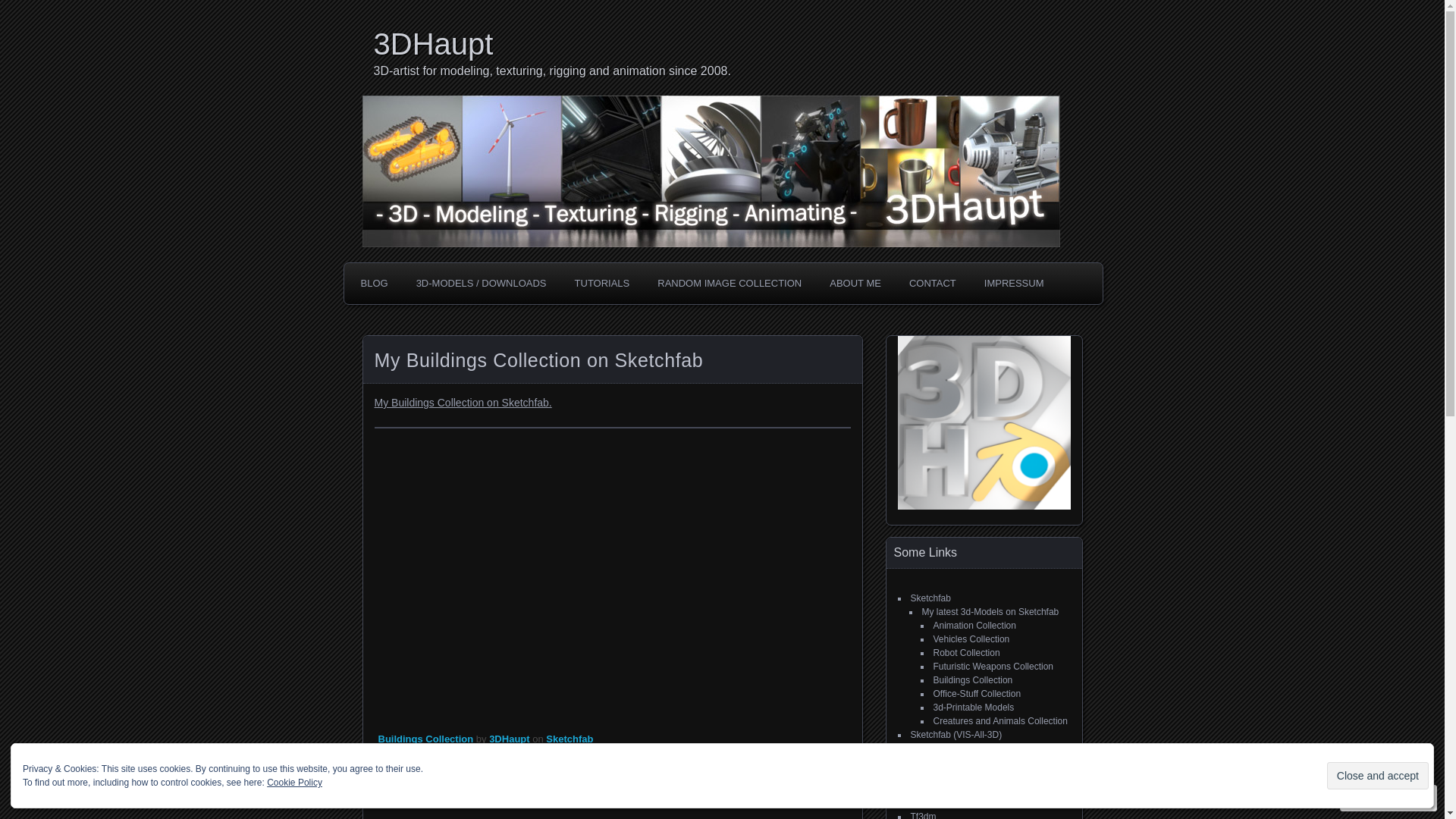 The width and height of the screenshot is (1456, 819). I want to click on 'Animation Collection', so click(974, 626).